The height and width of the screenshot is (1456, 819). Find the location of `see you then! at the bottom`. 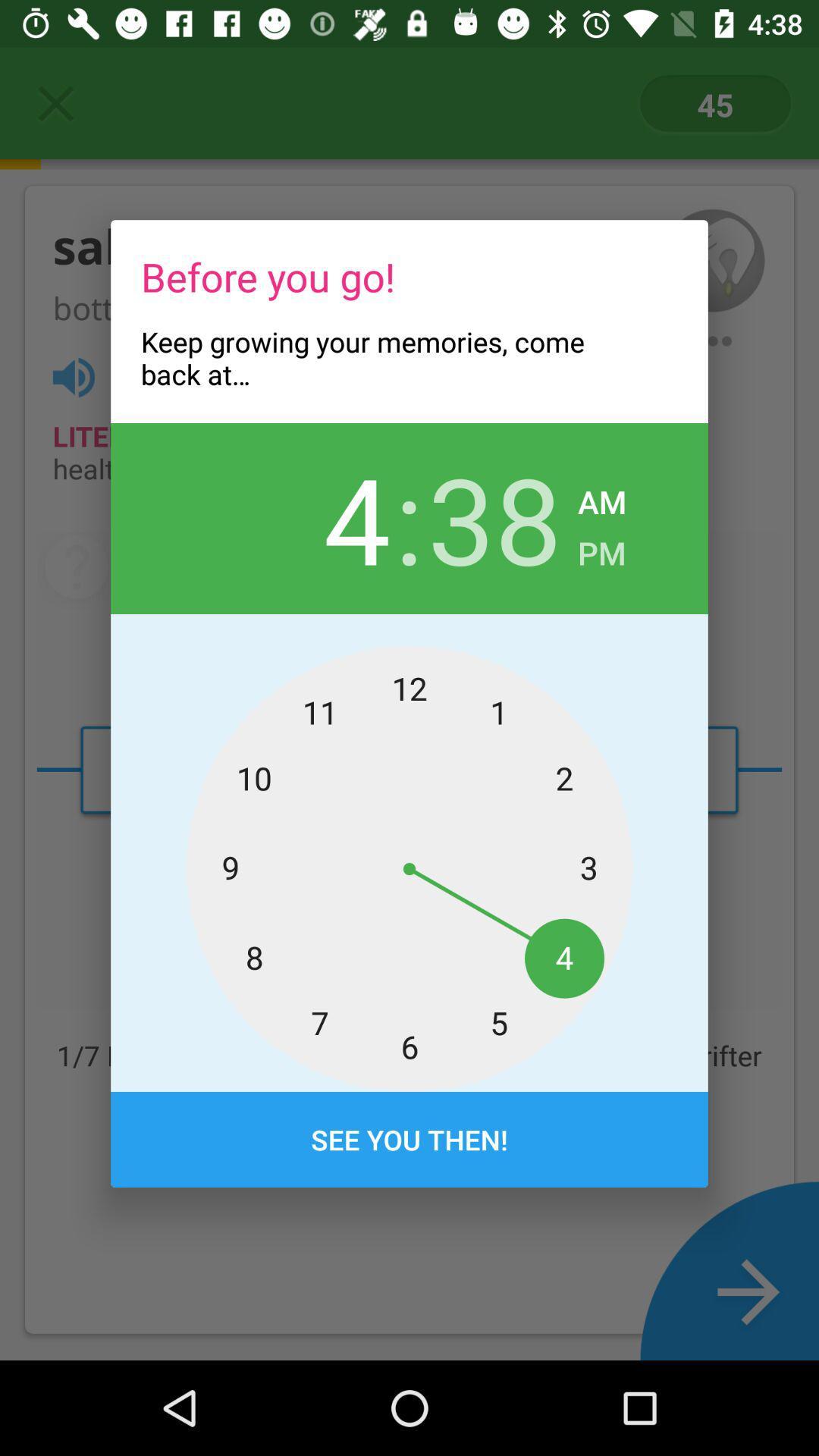

see you then! at the bottom is located at coordinates (409, 1139).